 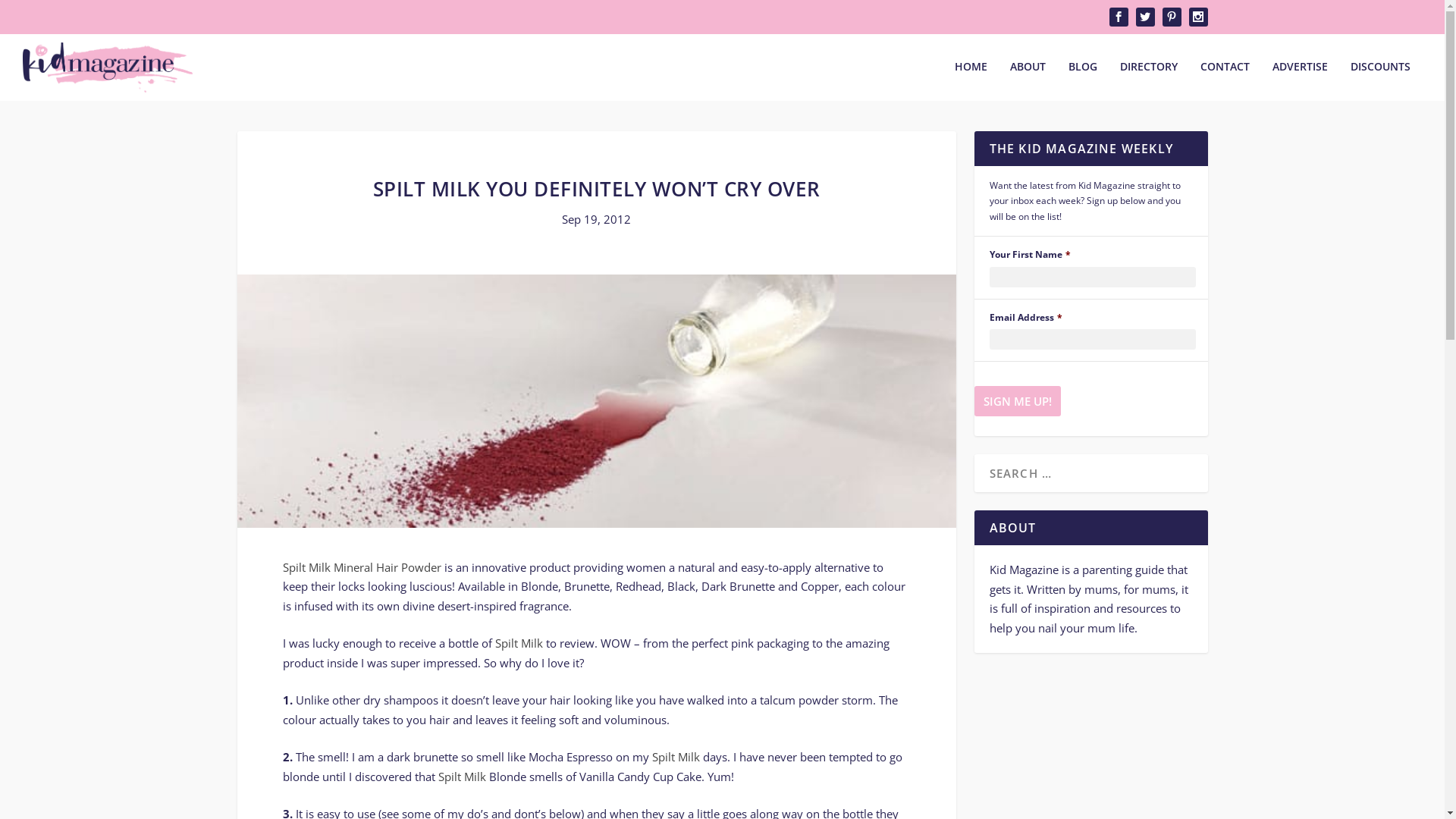 What do you see at coordinates (360, 567) in the screenshot?
I see `'Spilt Milk Mineral Hair Powder'` at bounding box center [360, 567].